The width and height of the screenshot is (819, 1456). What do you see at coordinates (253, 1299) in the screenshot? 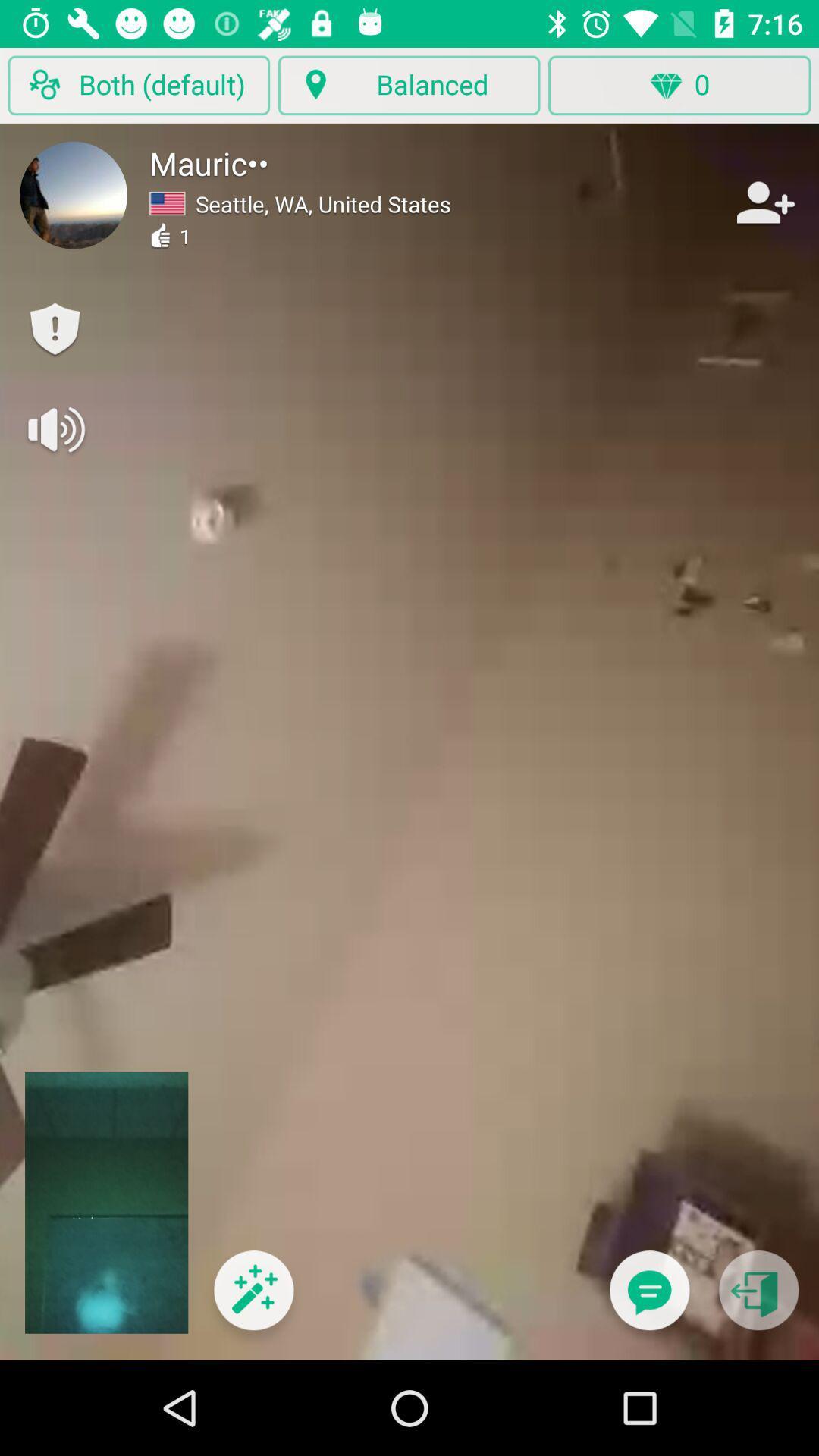
I see `the edit icon` at bounding box center [253, 1299].